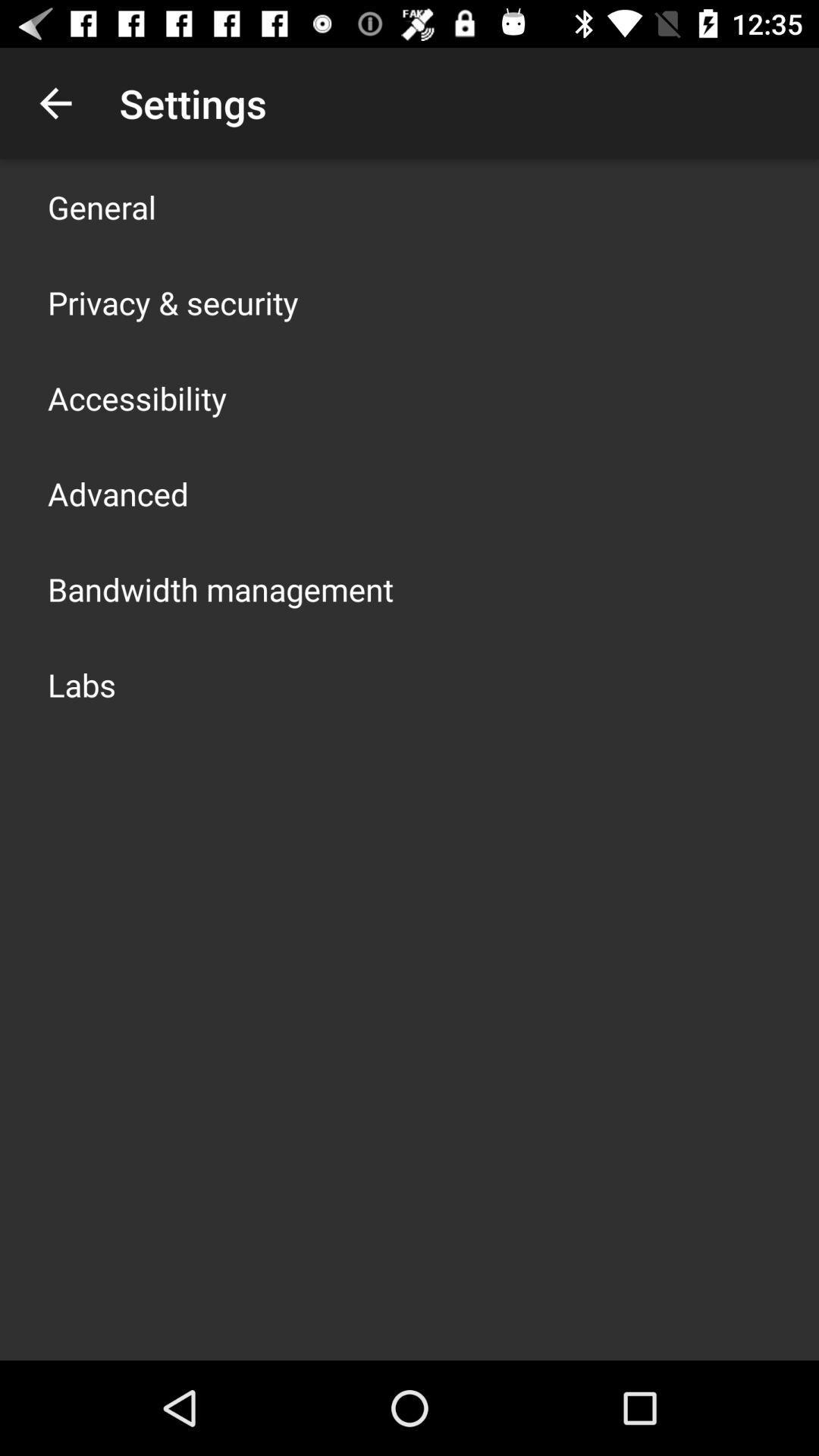 This screenshot has width=819, height=1456. I want to click on icon above the privacy & security app, so click(102, 206).